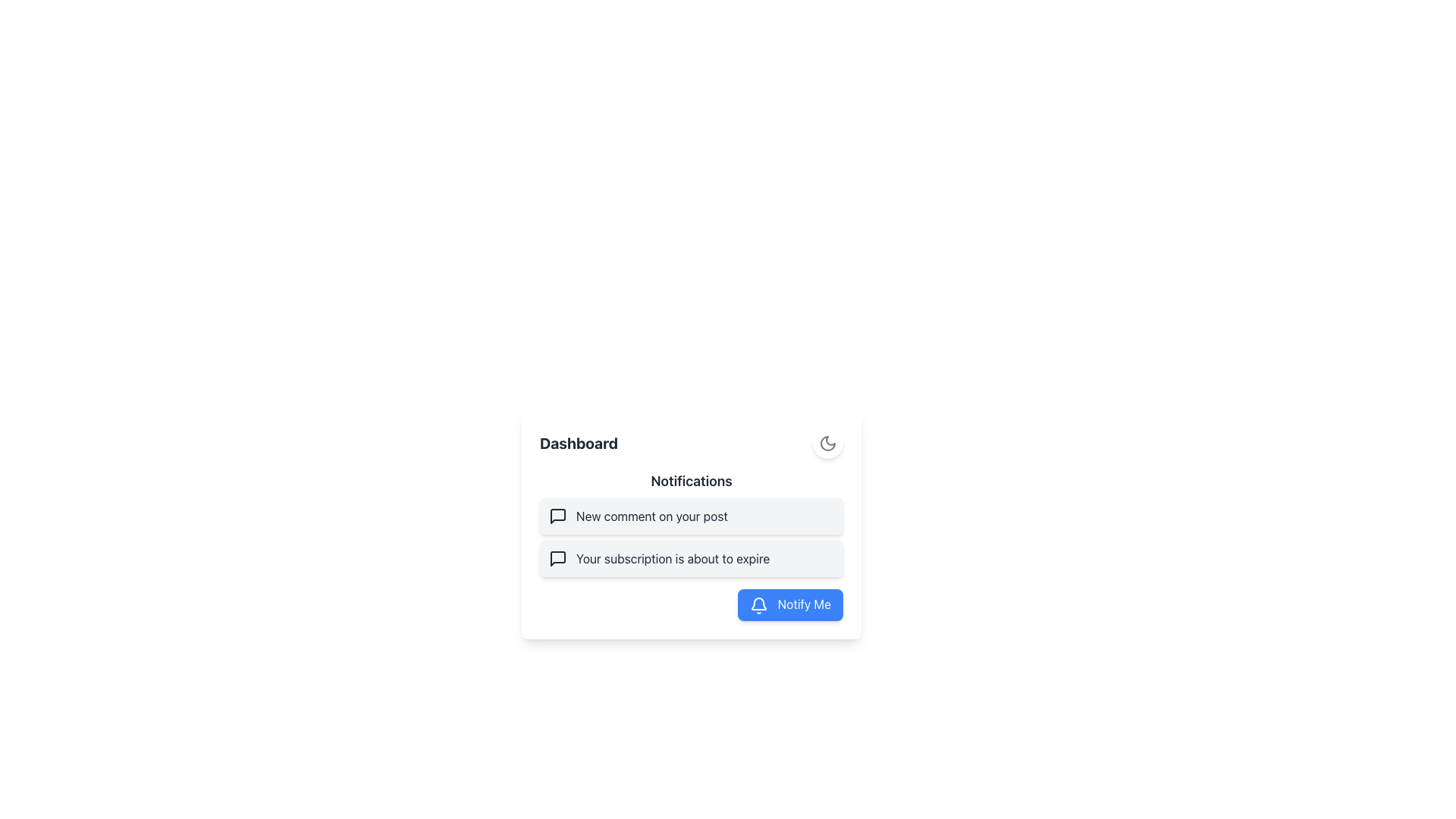  I want to click on informational notification about the expiration of the subscription, which is the second notification item in the Notifications section, below the 'New comment on your post' message, so click(672, 558).